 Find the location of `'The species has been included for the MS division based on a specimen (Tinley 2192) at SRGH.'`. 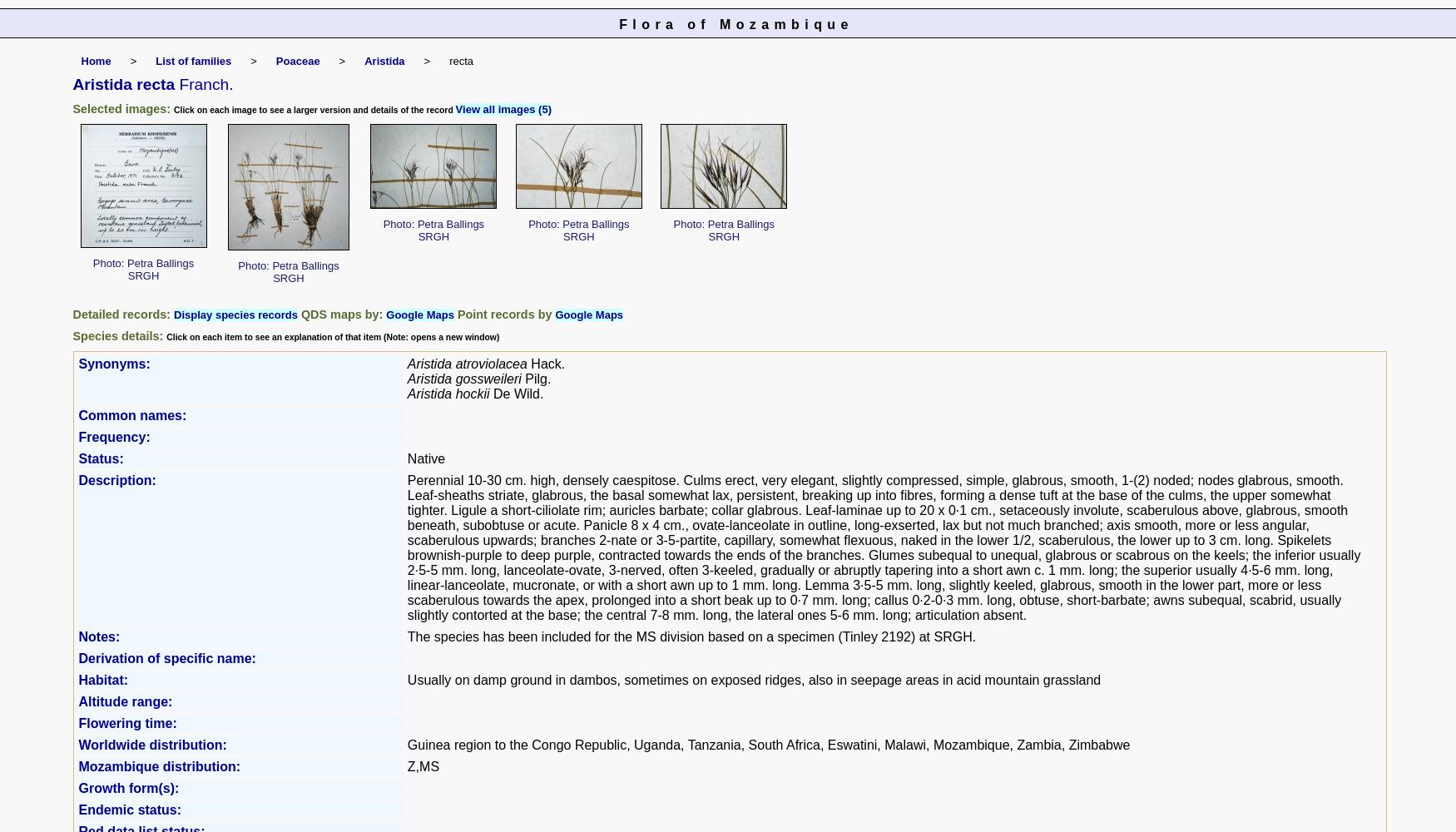

'The species has been included for the MS division based on a specimen (Tinley 2192) at SRGH.' is located at coordinates (691, 636).